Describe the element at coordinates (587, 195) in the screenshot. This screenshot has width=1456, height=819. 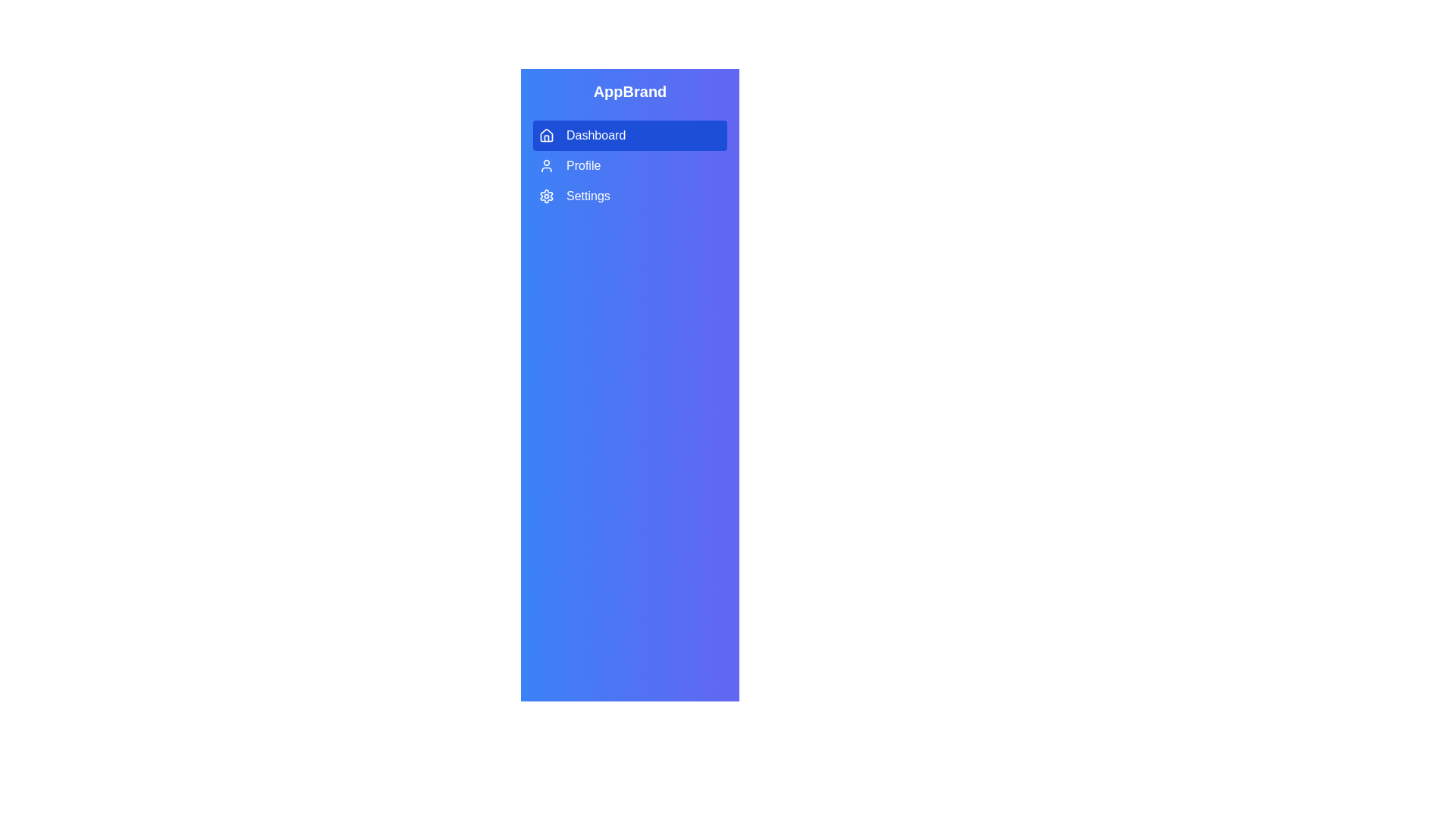
I see `text label that identifies the settings or configuration section, located in the third row of the sidebar navigation menu, to the right of the gear icon` at that location.